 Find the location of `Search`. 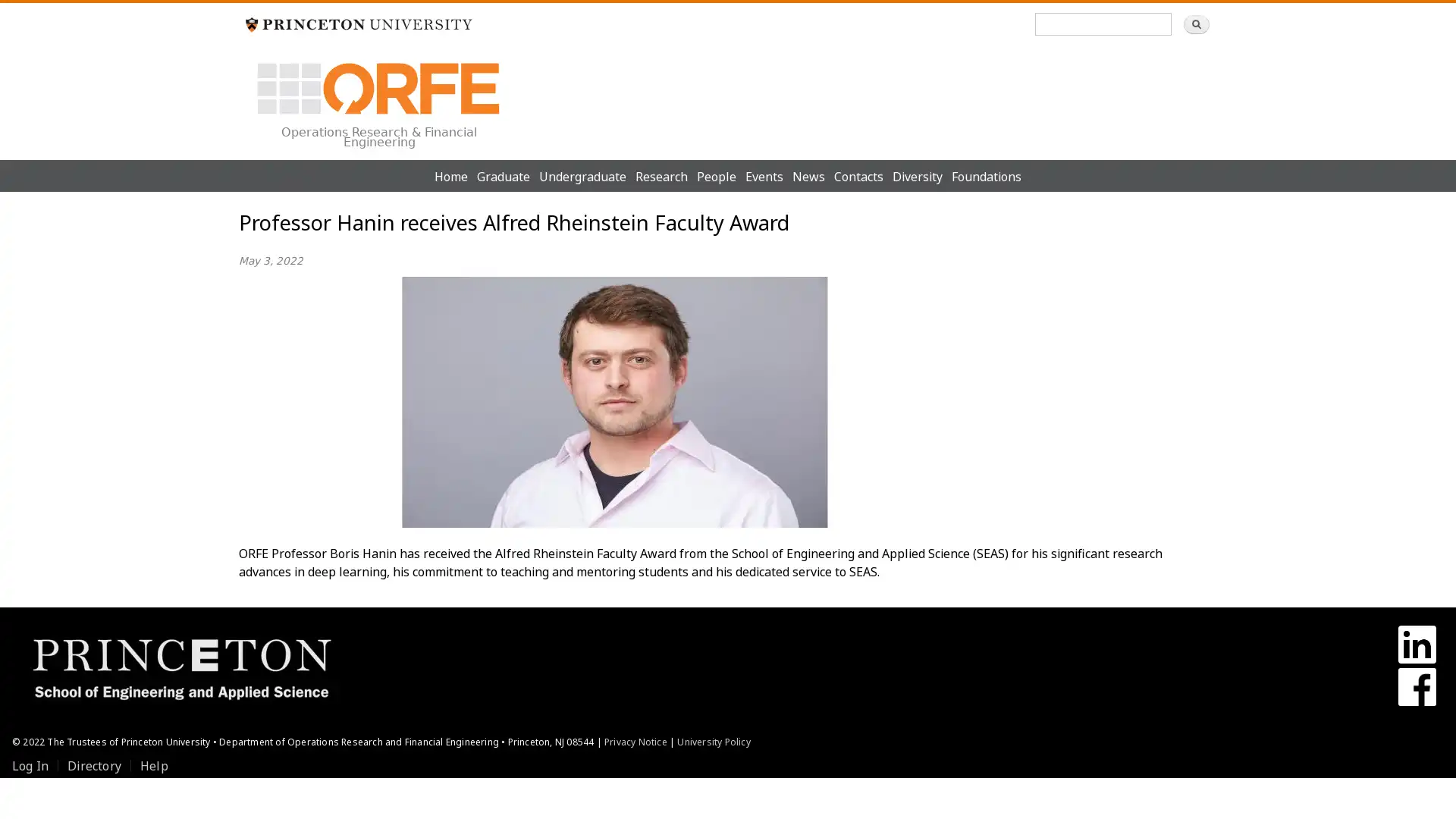

Search is located at coordinates (1196, 24).